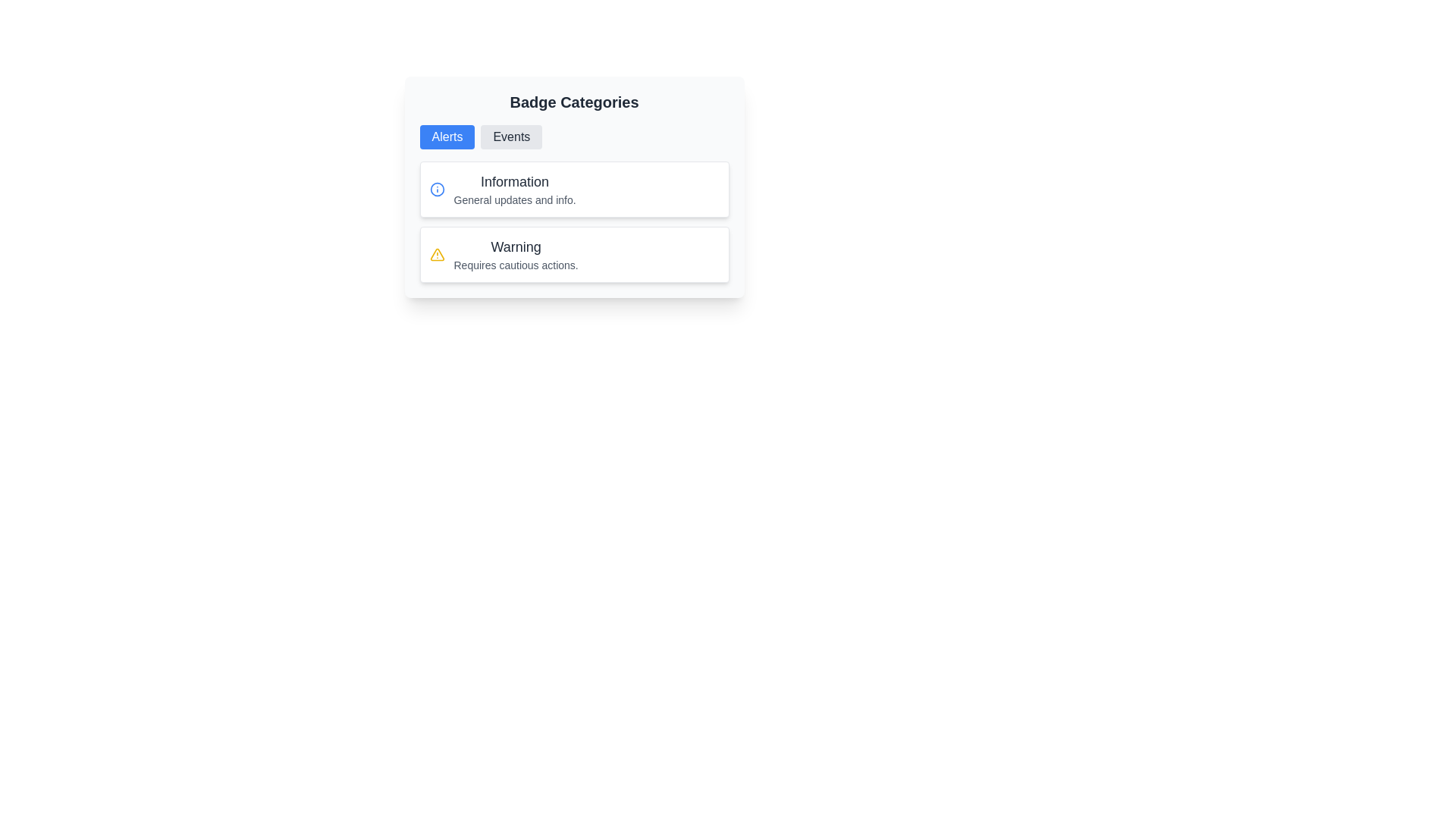  What do you see at coordinates (436, 253) in the screenshot?
I see `the warning icon located at the top-left corner of the 'Warning' list item under the 'Alerts' tab for further details` at bounding box center [436, 253].